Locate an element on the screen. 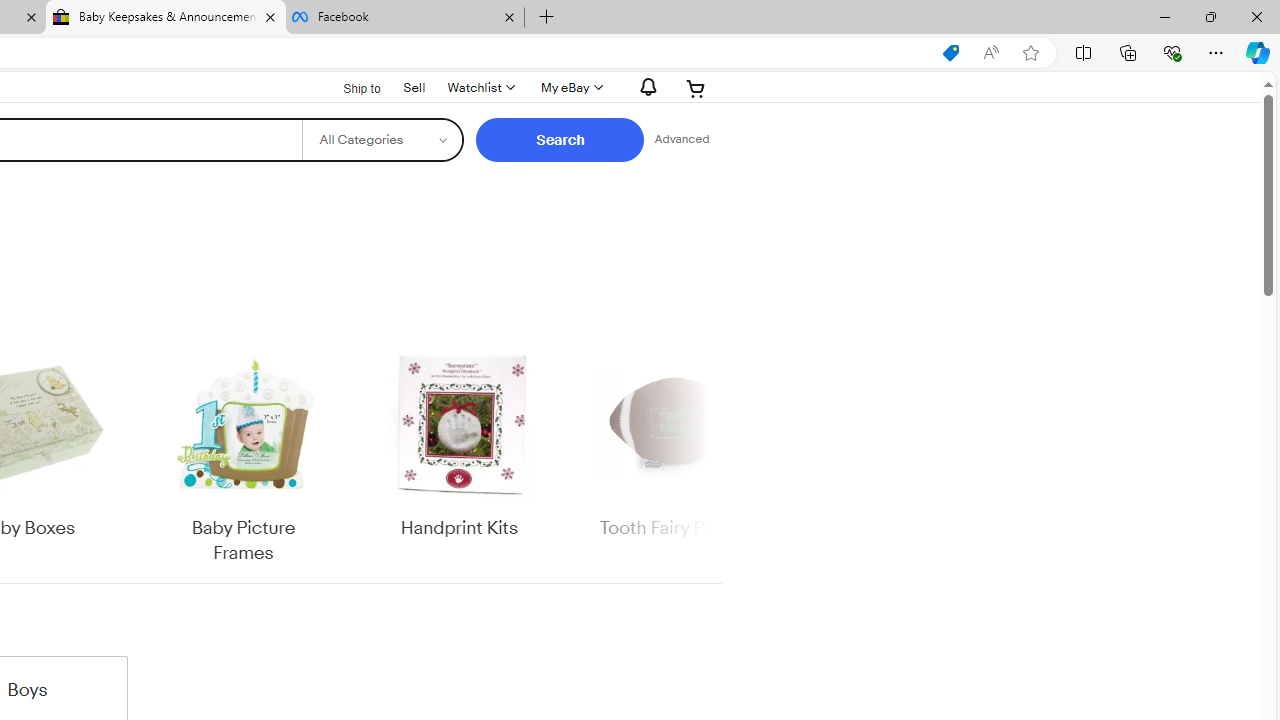 The image size is (1280, 720). 'Ship to' is located at coordinates (349, 88).